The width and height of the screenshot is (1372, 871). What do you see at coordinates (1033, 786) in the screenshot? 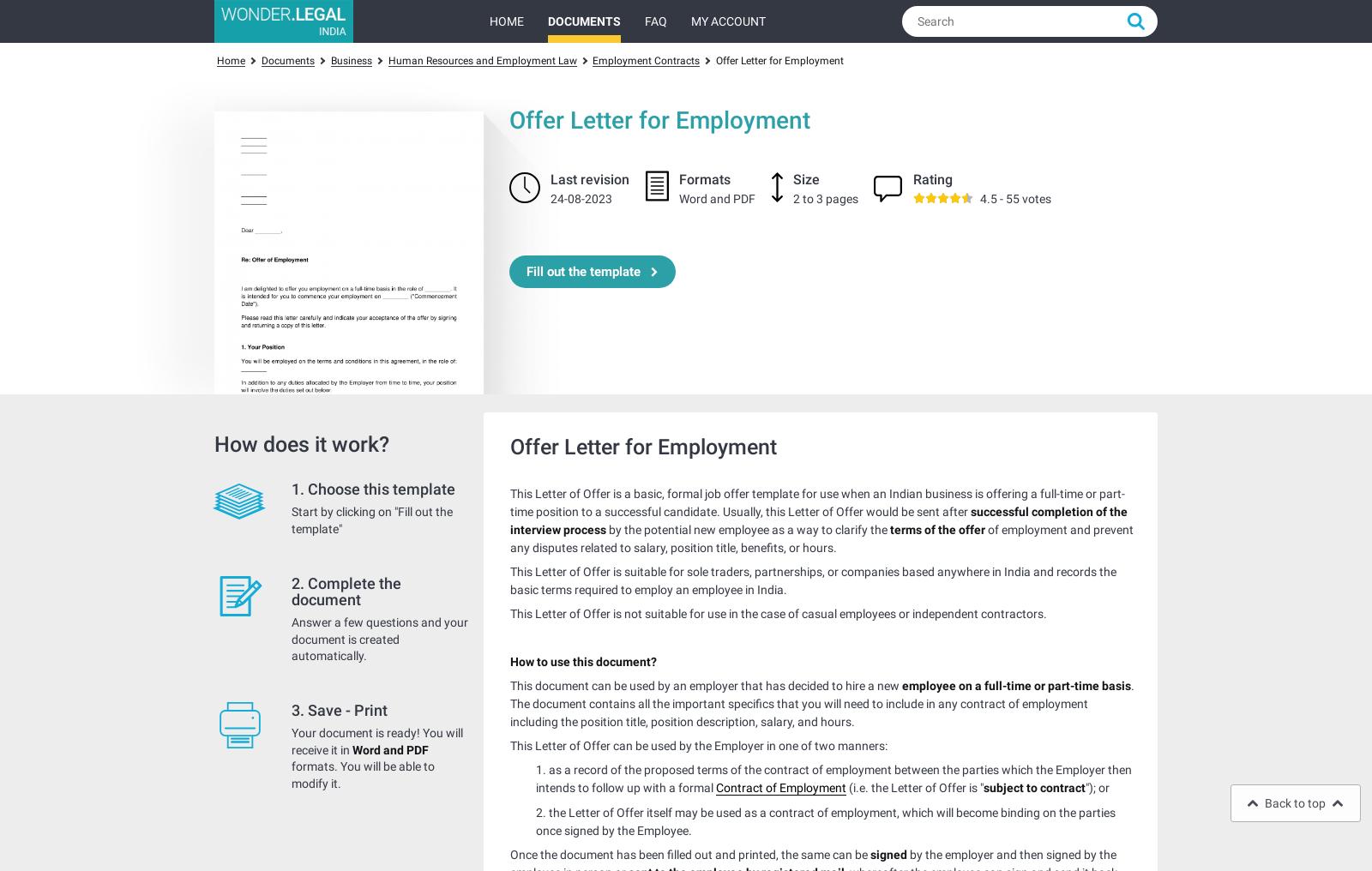
I see `'subject to contract'` at bounding box center [1033, 786].